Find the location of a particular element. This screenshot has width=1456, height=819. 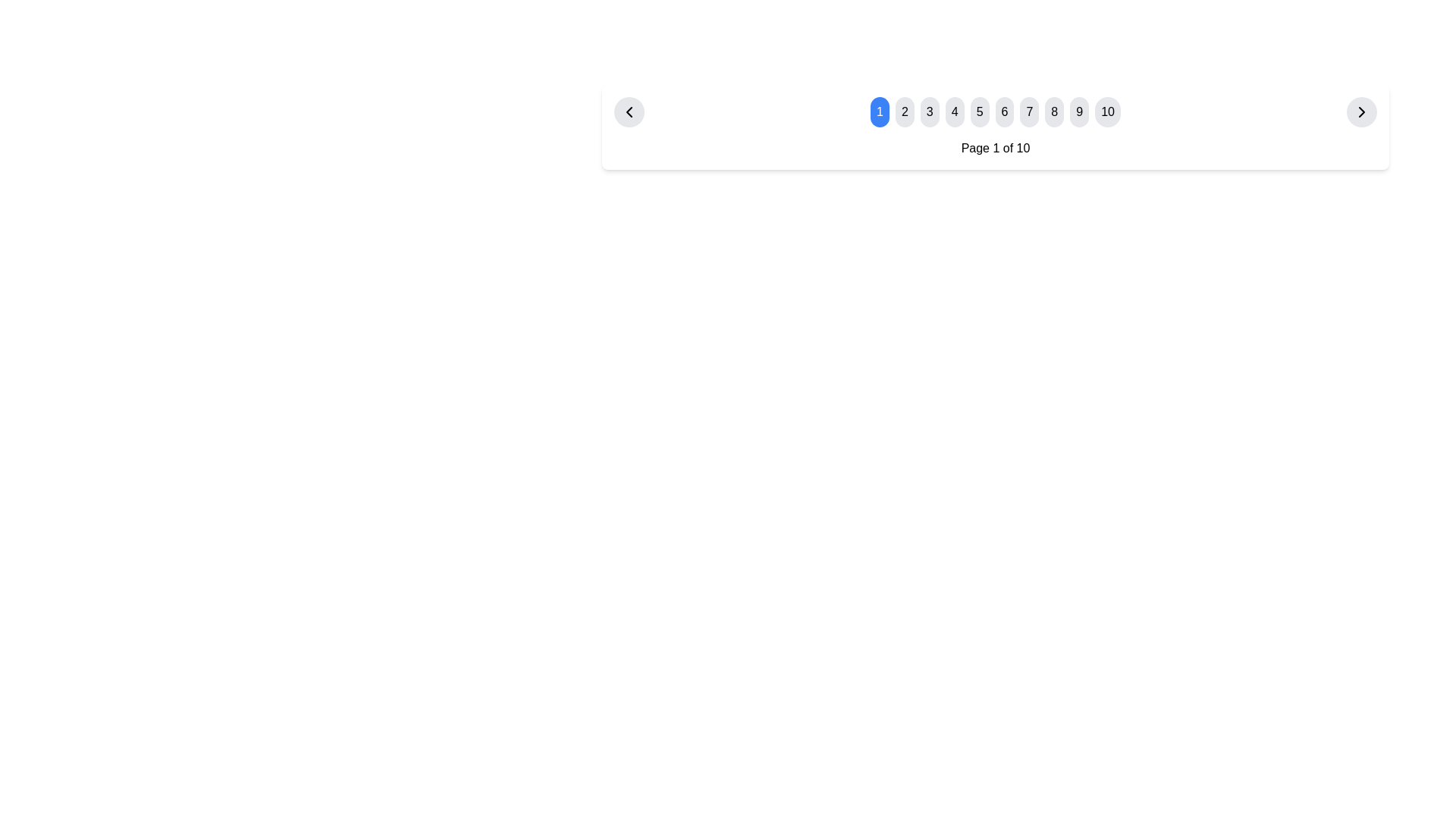

the left-facing chevron arrow icon located on the leftmost side of the horizontal pagination bar is located at coordinates (629, 111).